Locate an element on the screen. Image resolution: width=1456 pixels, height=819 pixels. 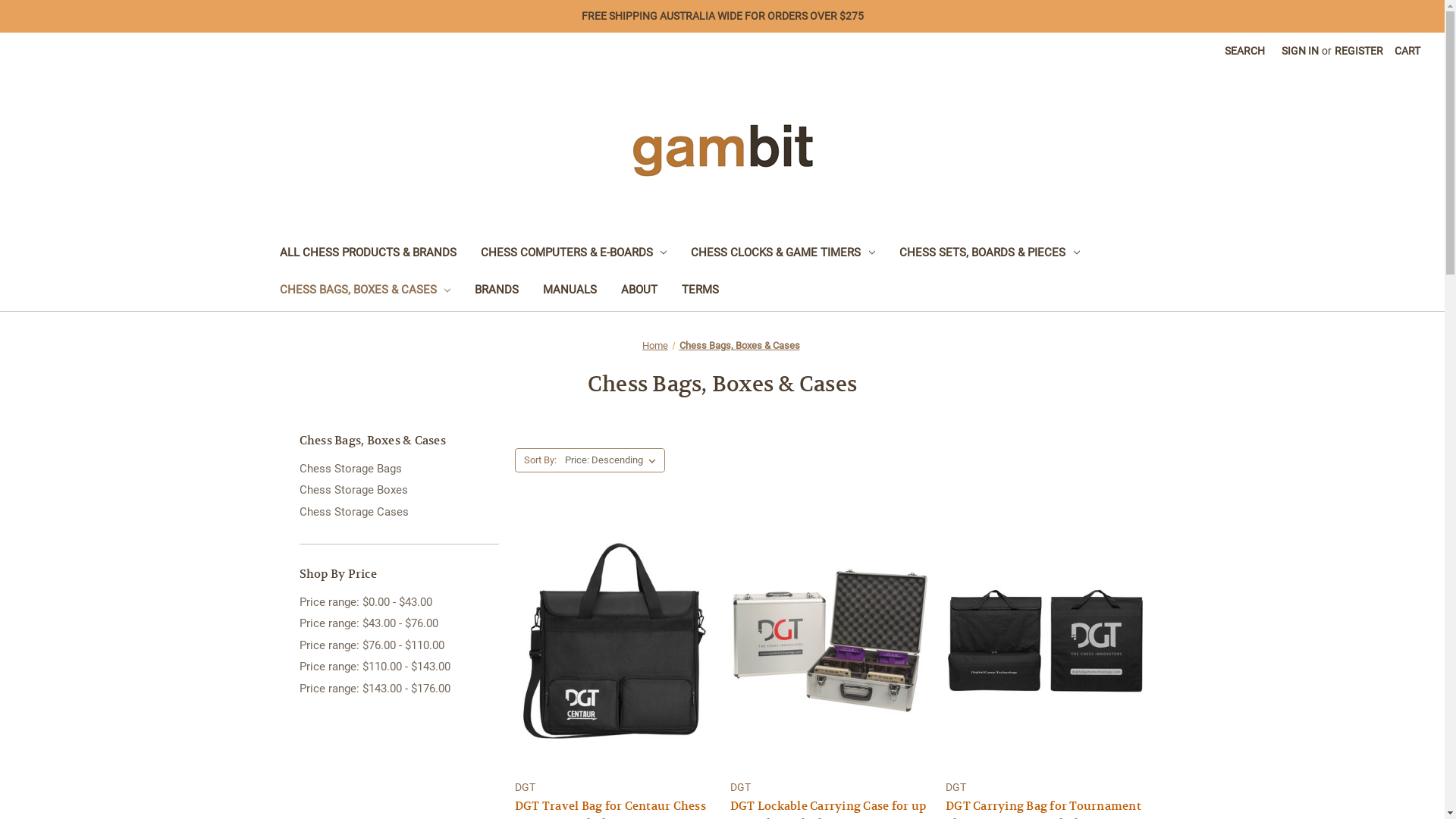
'MANUALS' is located at coordinates (569, 291).